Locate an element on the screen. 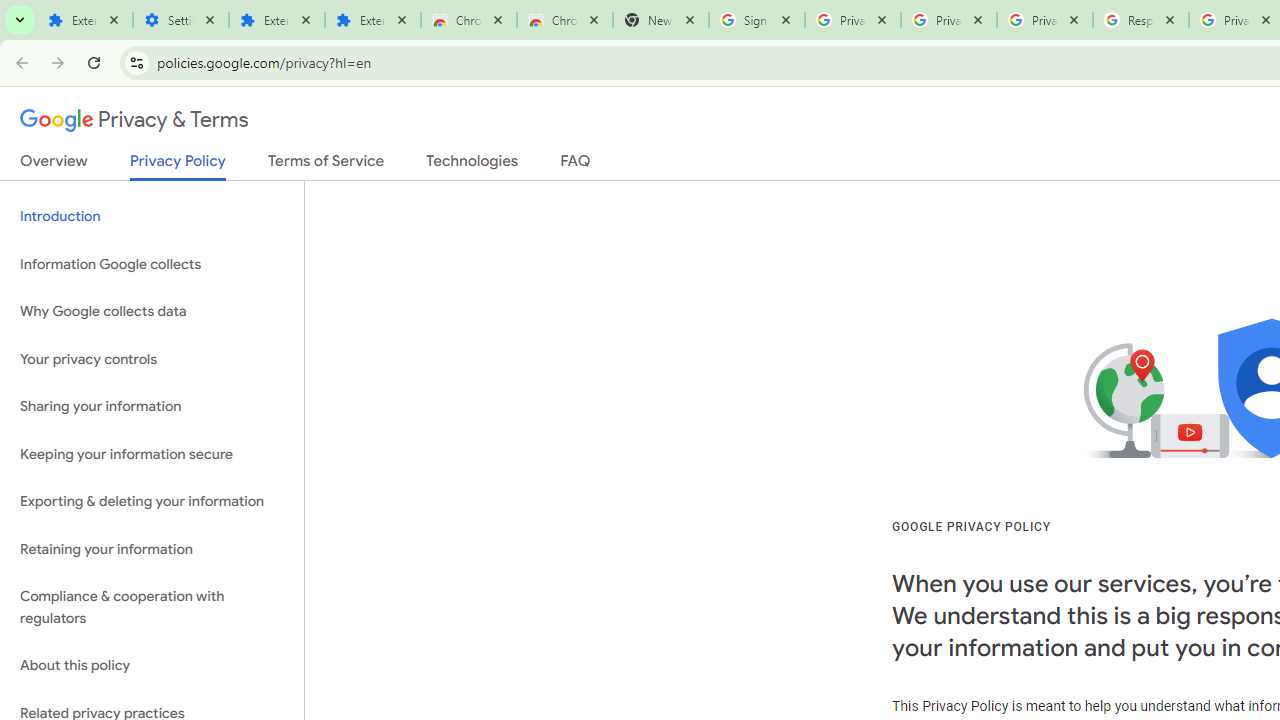  'New Tab' is located at coordinates (661, 20).